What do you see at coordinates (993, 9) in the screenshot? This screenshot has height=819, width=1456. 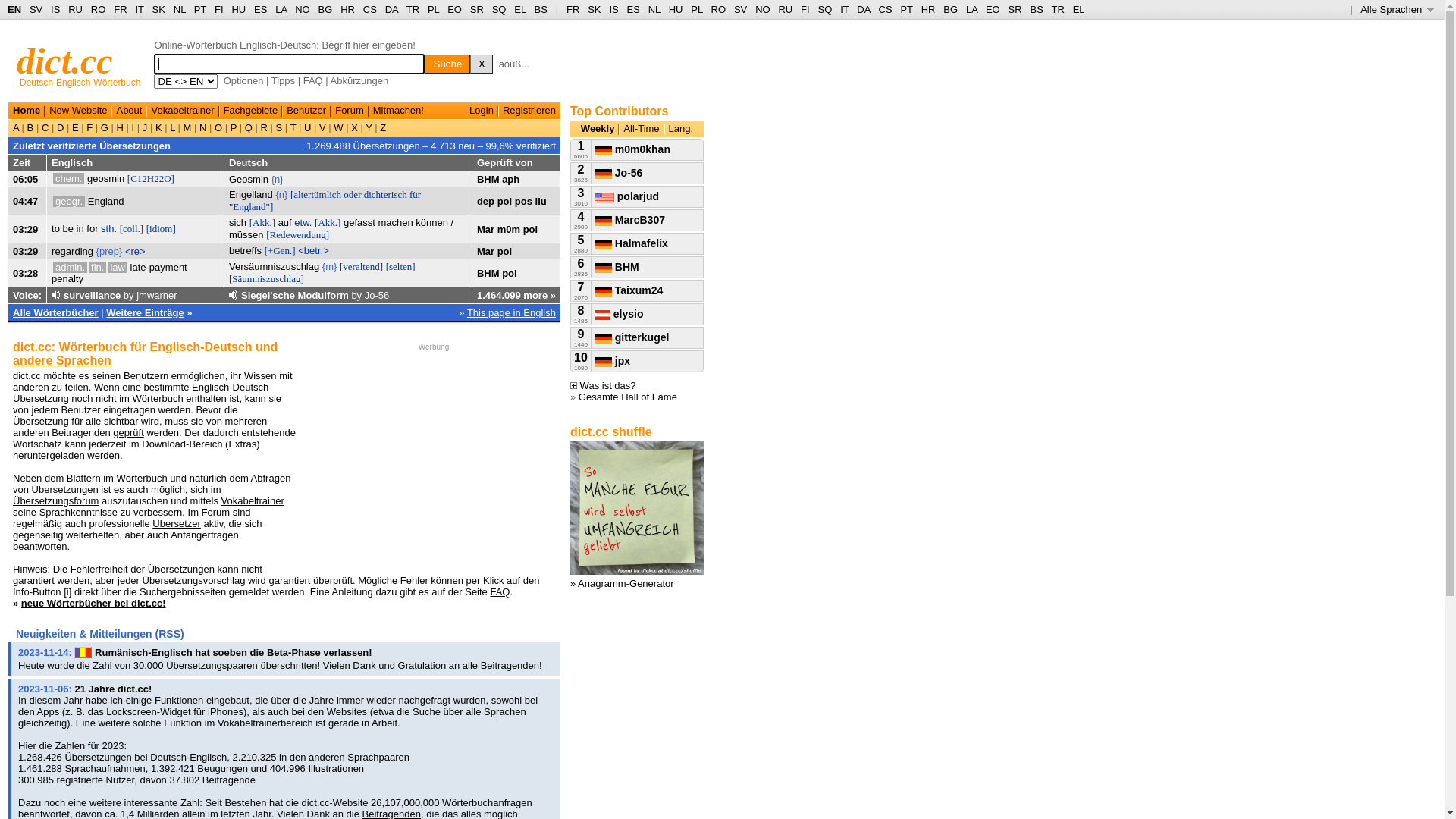 I see `'EO'` at bounding box center [993, 9].